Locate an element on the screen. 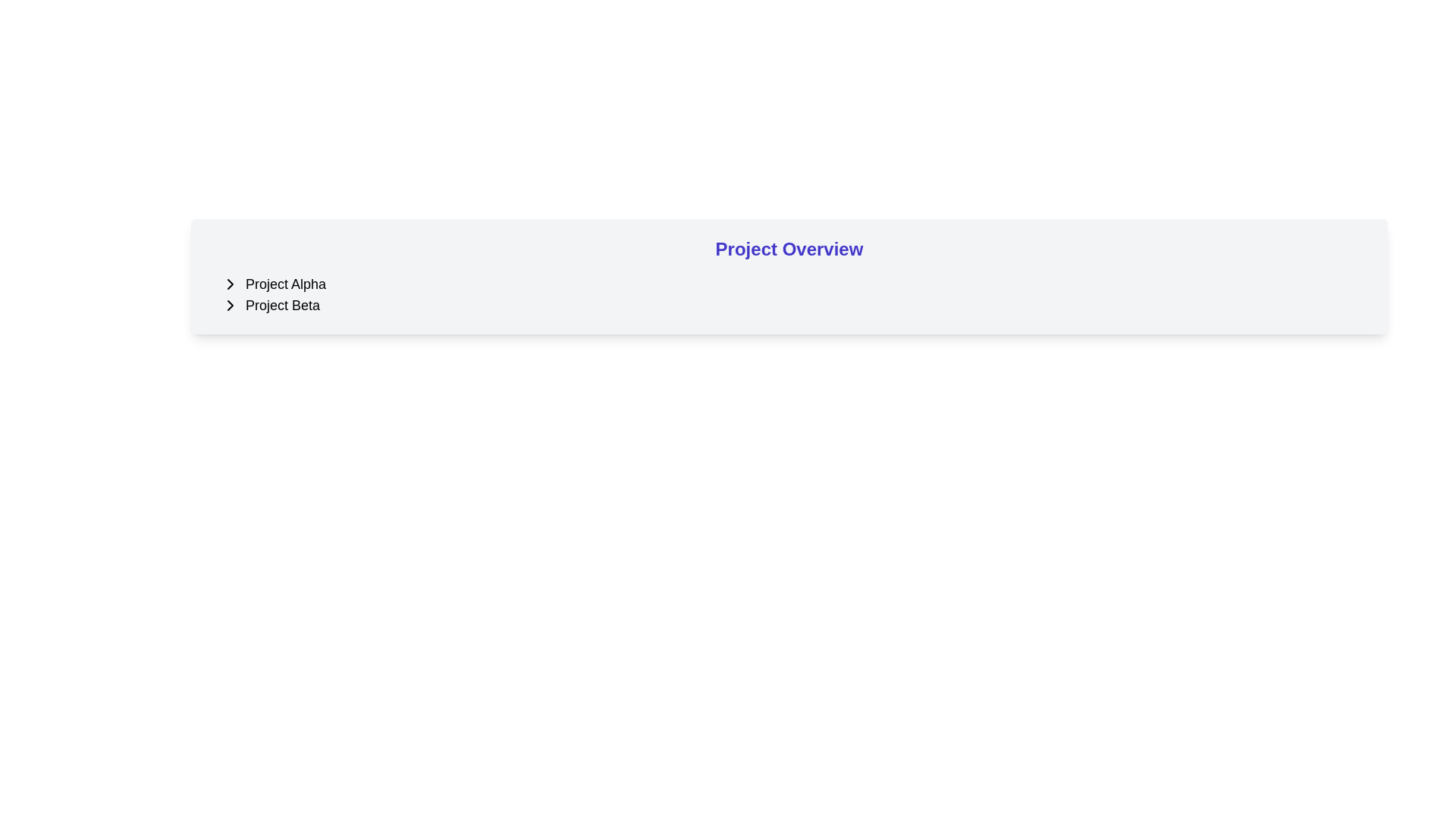 The width and height of the screenshot is (1456, 819). the right-pointing arrow icon button next to the text 'Project Alpha' is located at coordinates (229, 284).